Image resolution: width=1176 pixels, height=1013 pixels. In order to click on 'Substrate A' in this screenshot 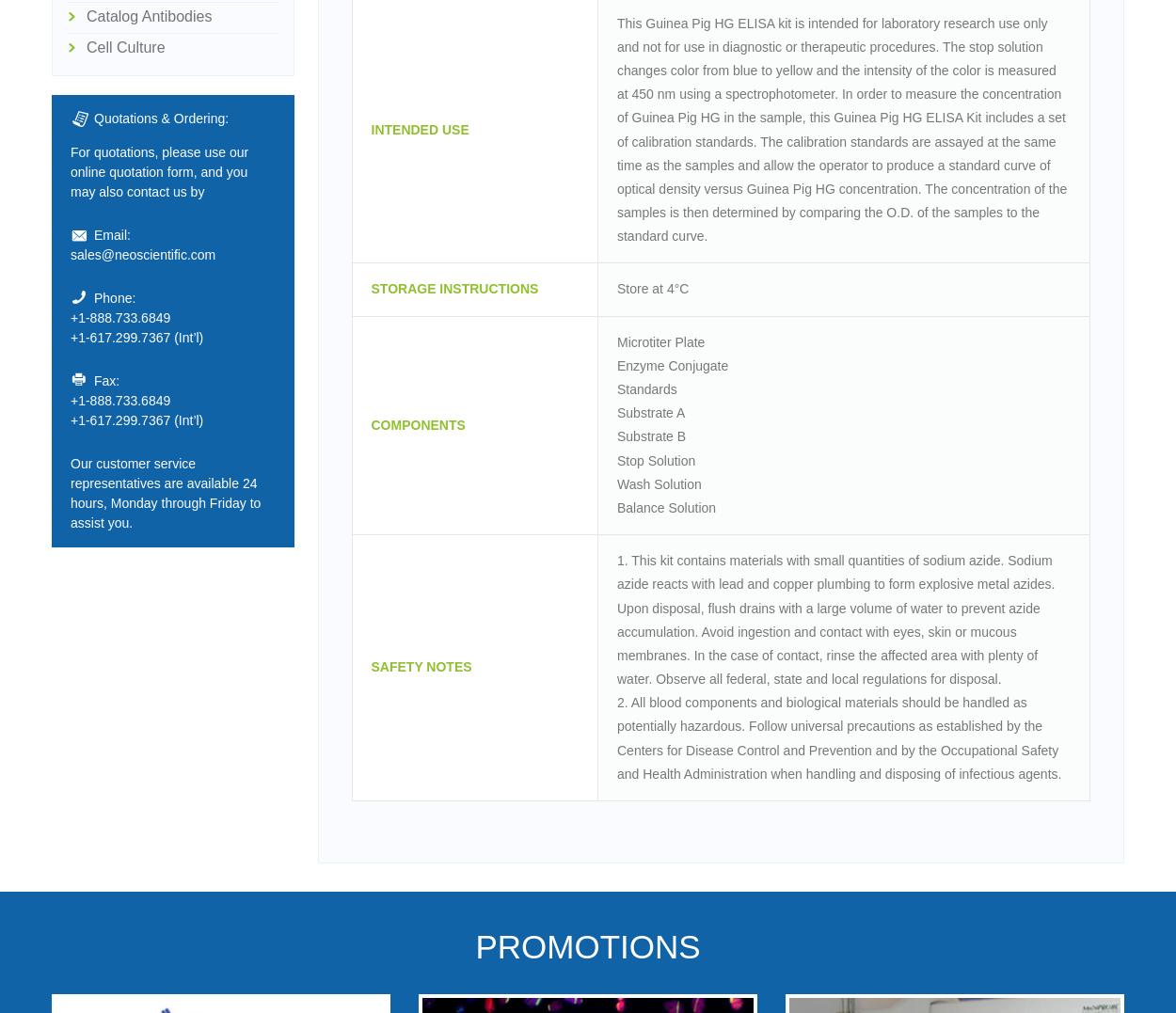, I will do `click(649, 411)`.